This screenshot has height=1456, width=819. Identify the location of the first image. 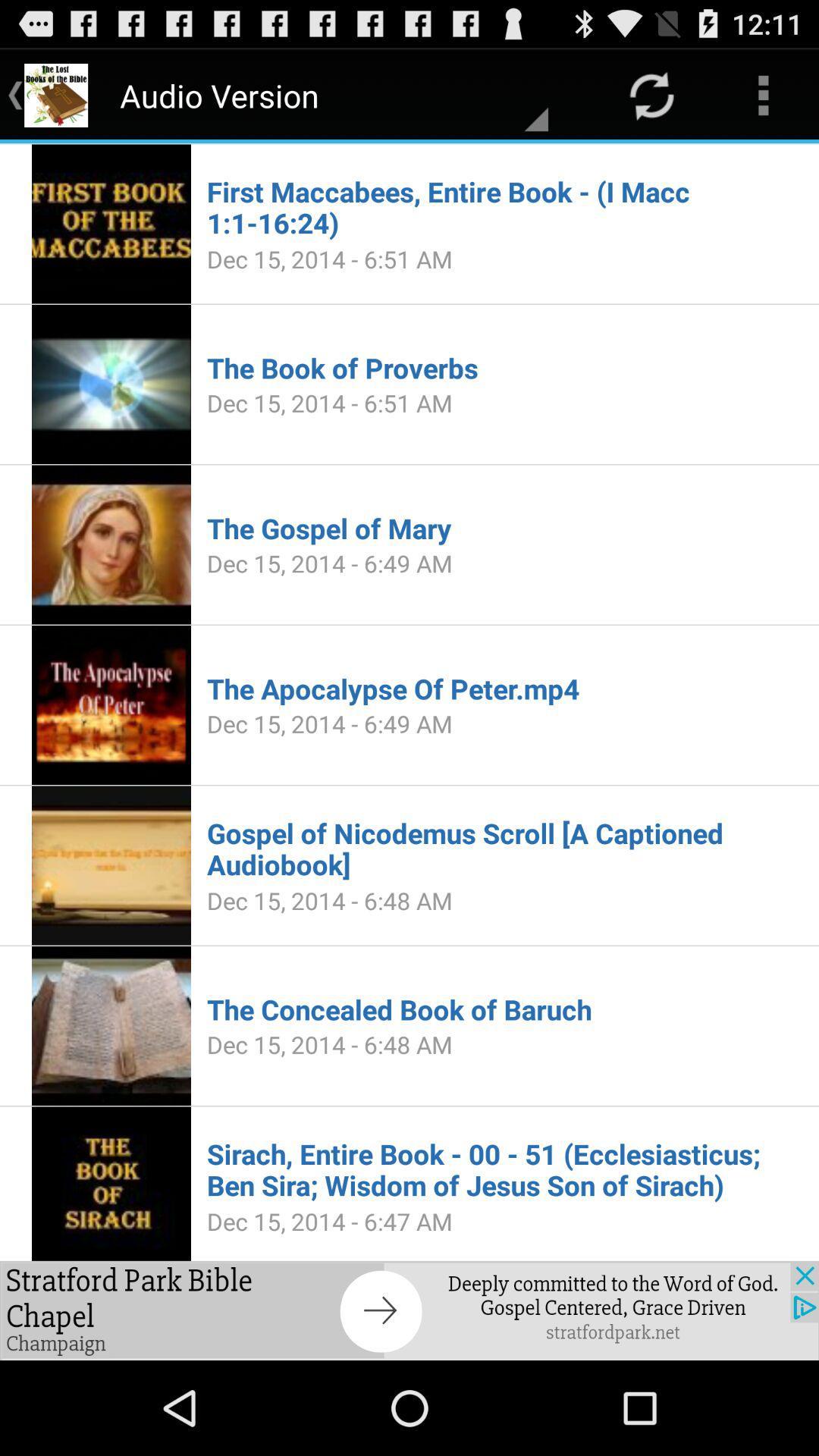
(110, 224).